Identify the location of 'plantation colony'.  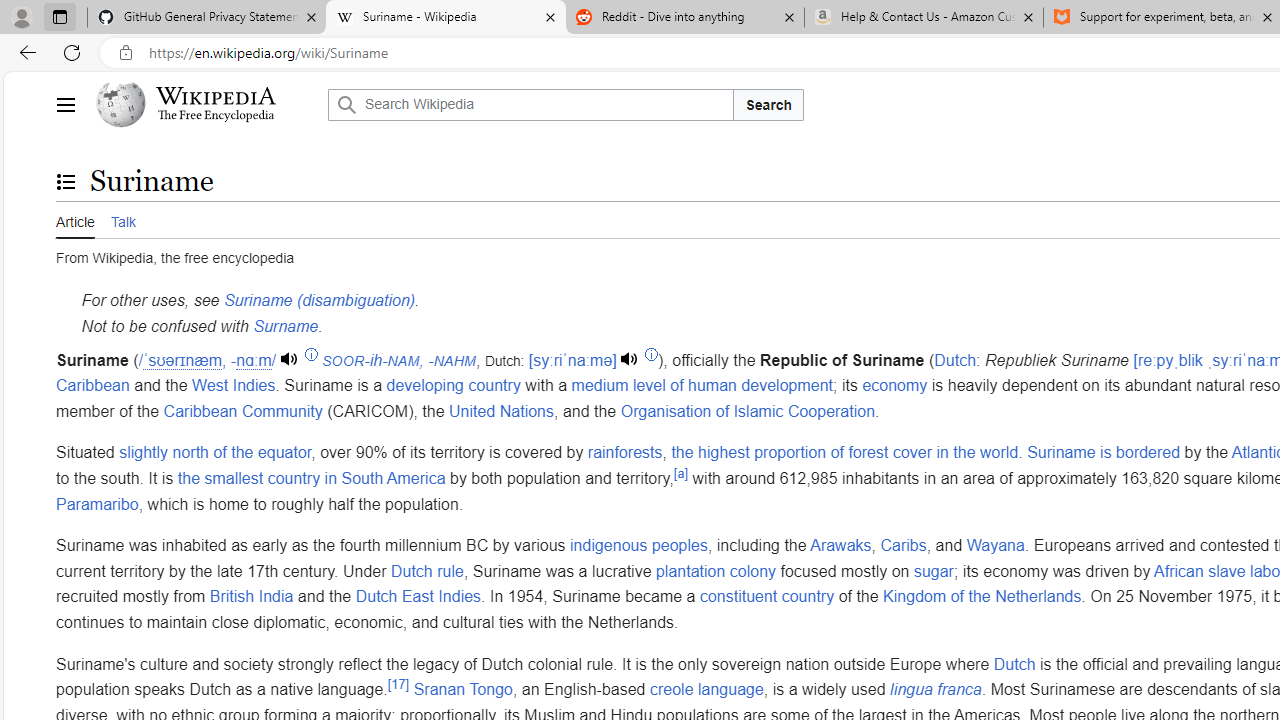
(716, 571).